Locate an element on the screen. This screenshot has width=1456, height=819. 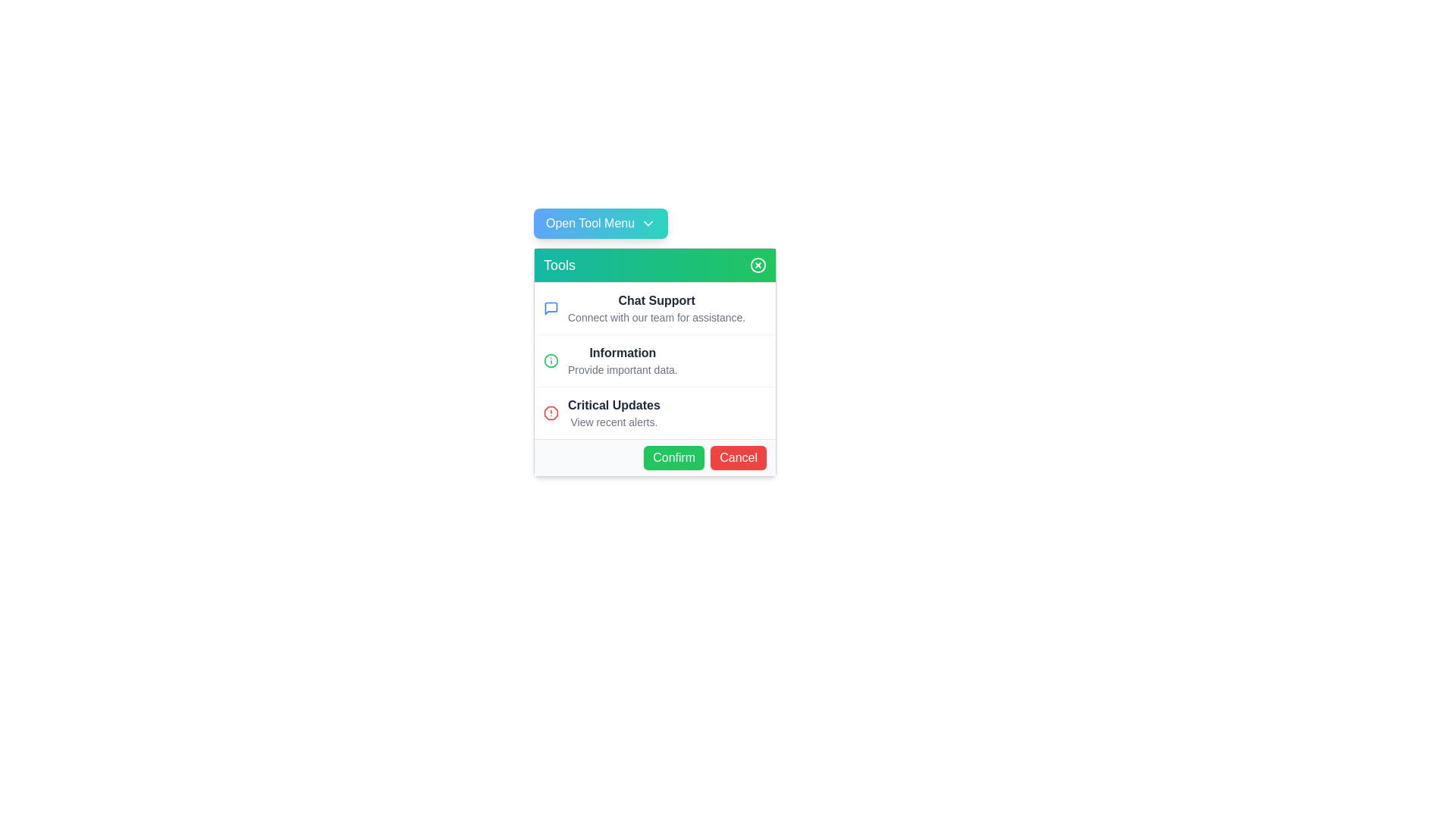
the icon located at the leftmost side of the 'Information' menu item within the 'Tools' section is located at coordinates (550, 360).